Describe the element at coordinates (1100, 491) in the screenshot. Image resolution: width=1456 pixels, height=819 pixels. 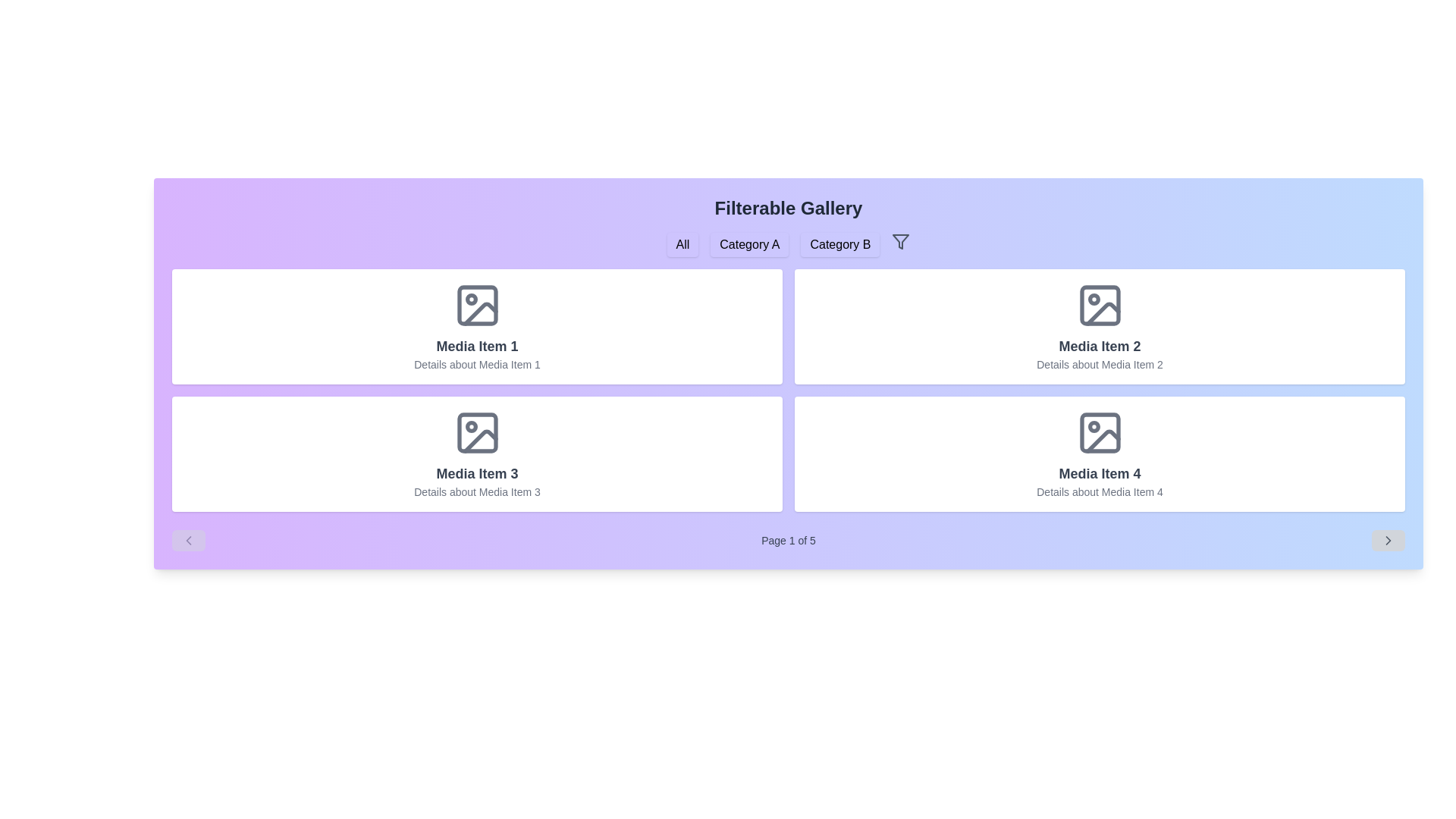
I see `the text label that displays 'Details about Media Item 4', which is located underneath the centered text 'Media Item 4' in the bottom-right card of a four-card grid layout` at that location.